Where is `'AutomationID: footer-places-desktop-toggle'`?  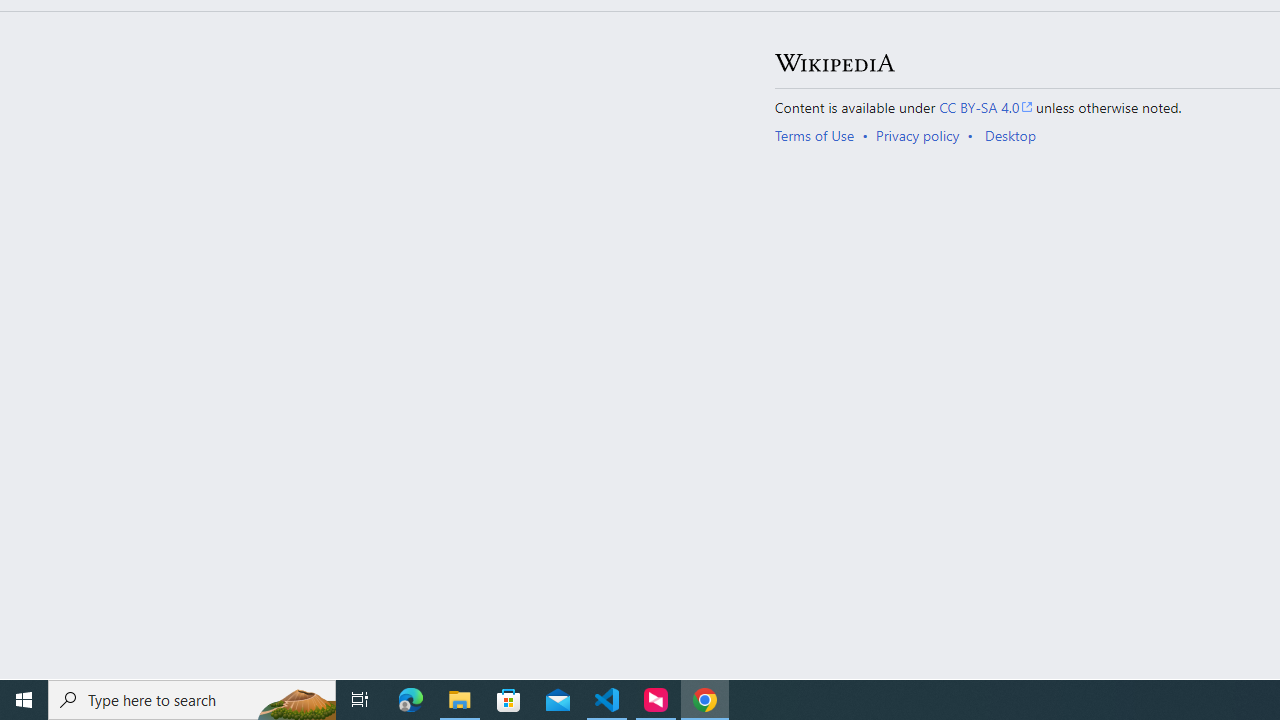
'AutomationID: footer-places-desktop-toggle' is located at coordinates (1014, 135).